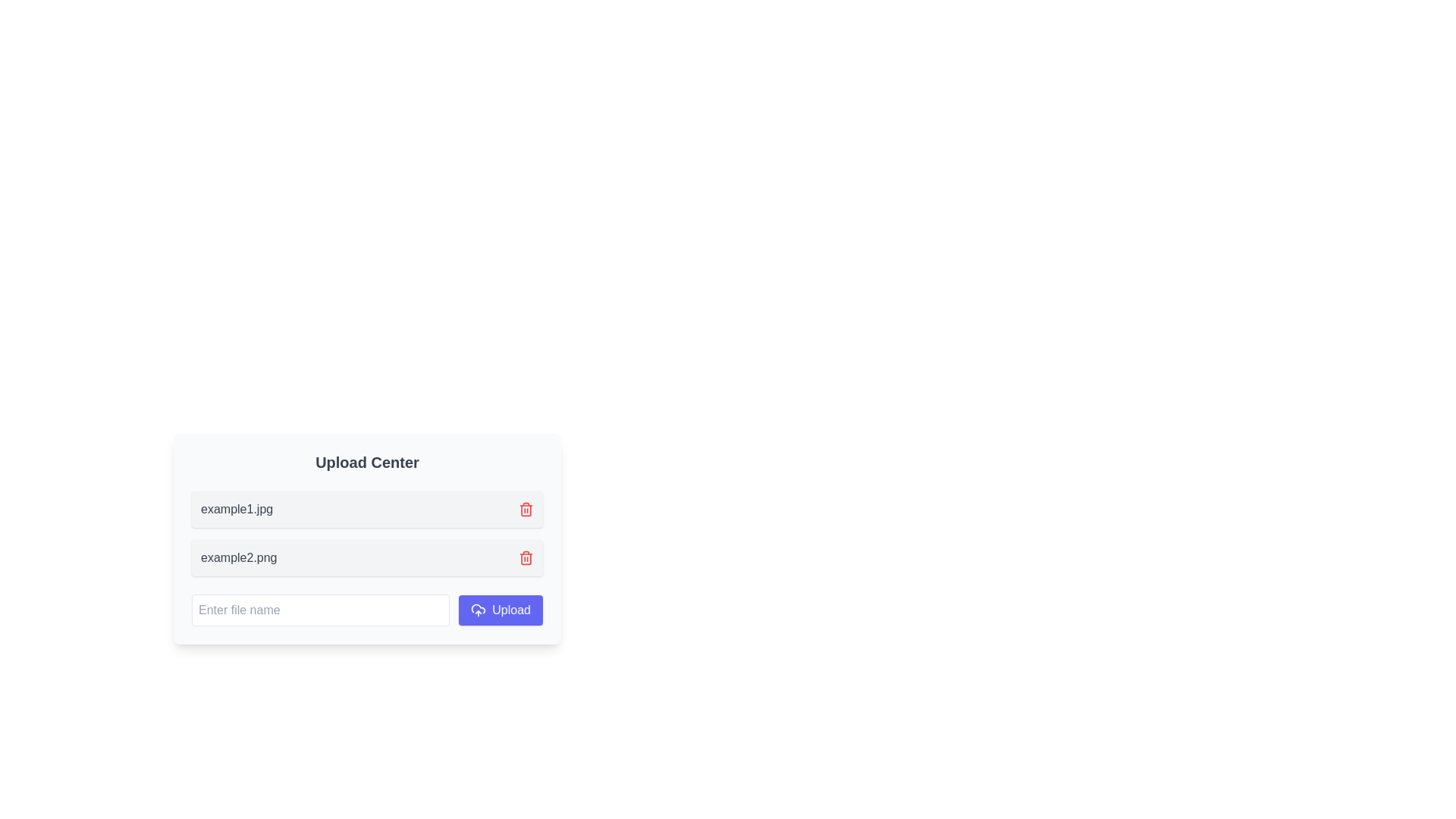 The height and width of the screenshot is (819, 1456). I want to click on the delete Icon button located to the far right of the row corresponding to the file named 'example2.png', so click(526, 558).